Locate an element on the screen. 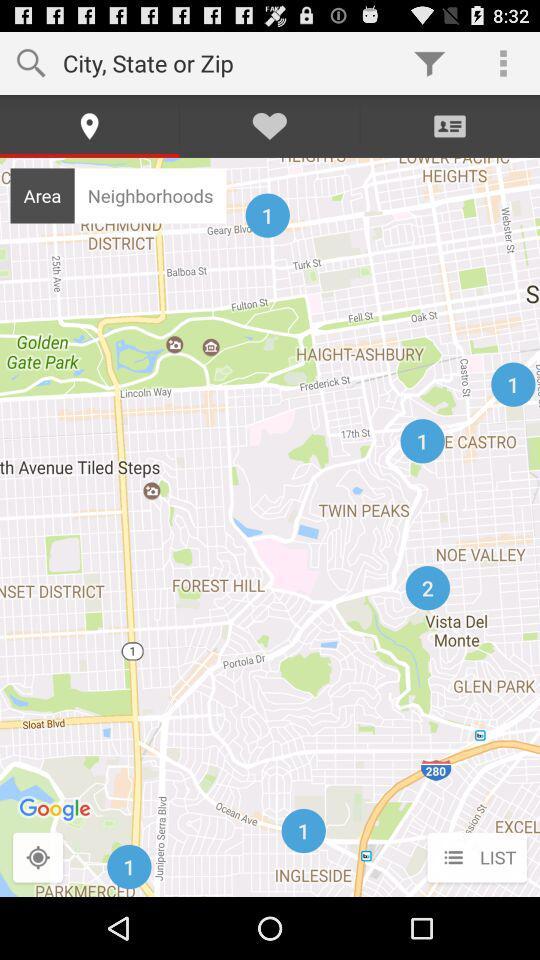  list icon is located at coordinates (476, 857).